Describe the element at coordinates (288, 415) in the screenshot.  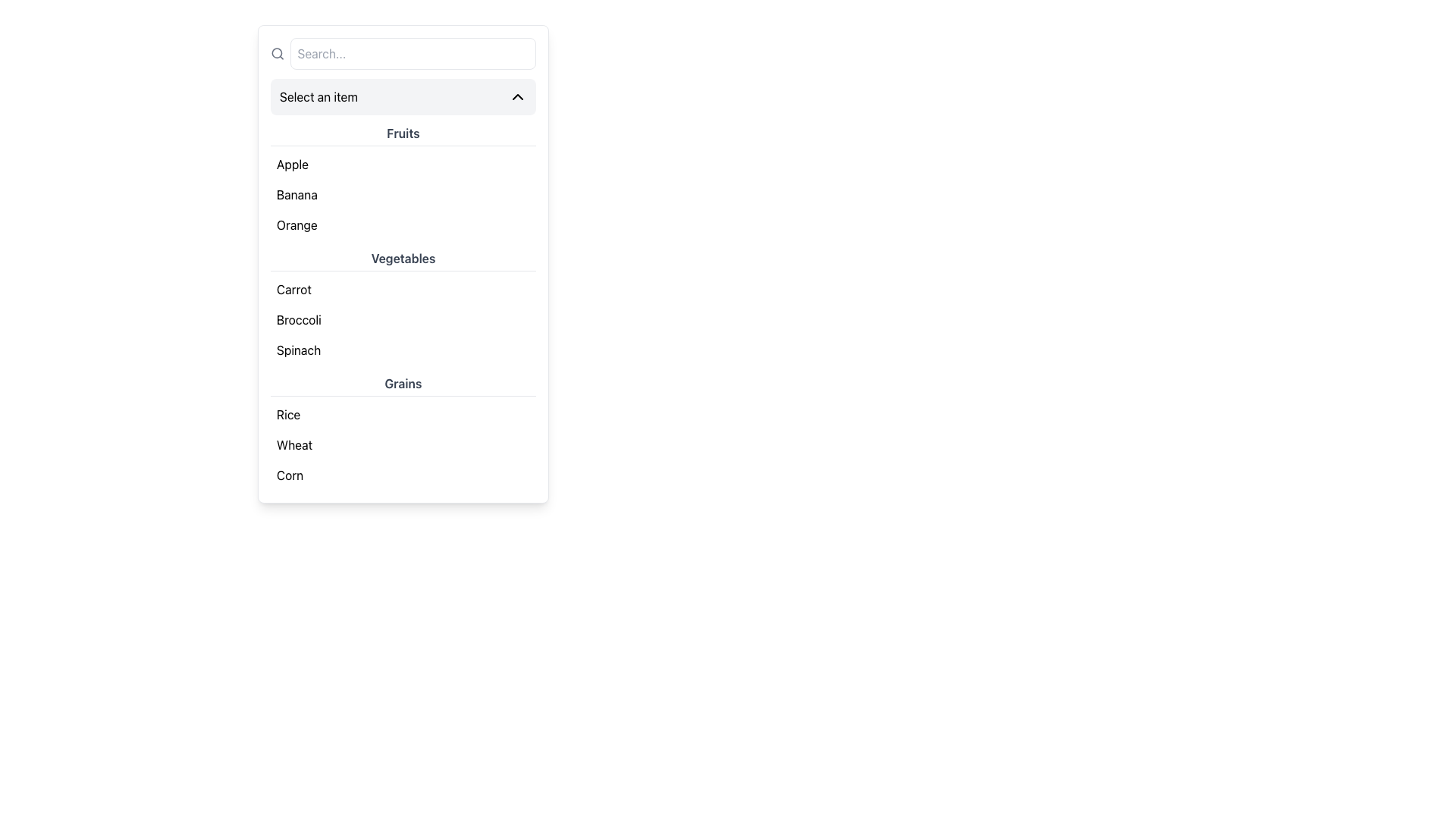
I see `the text label displaying 'Rice'` at that location.